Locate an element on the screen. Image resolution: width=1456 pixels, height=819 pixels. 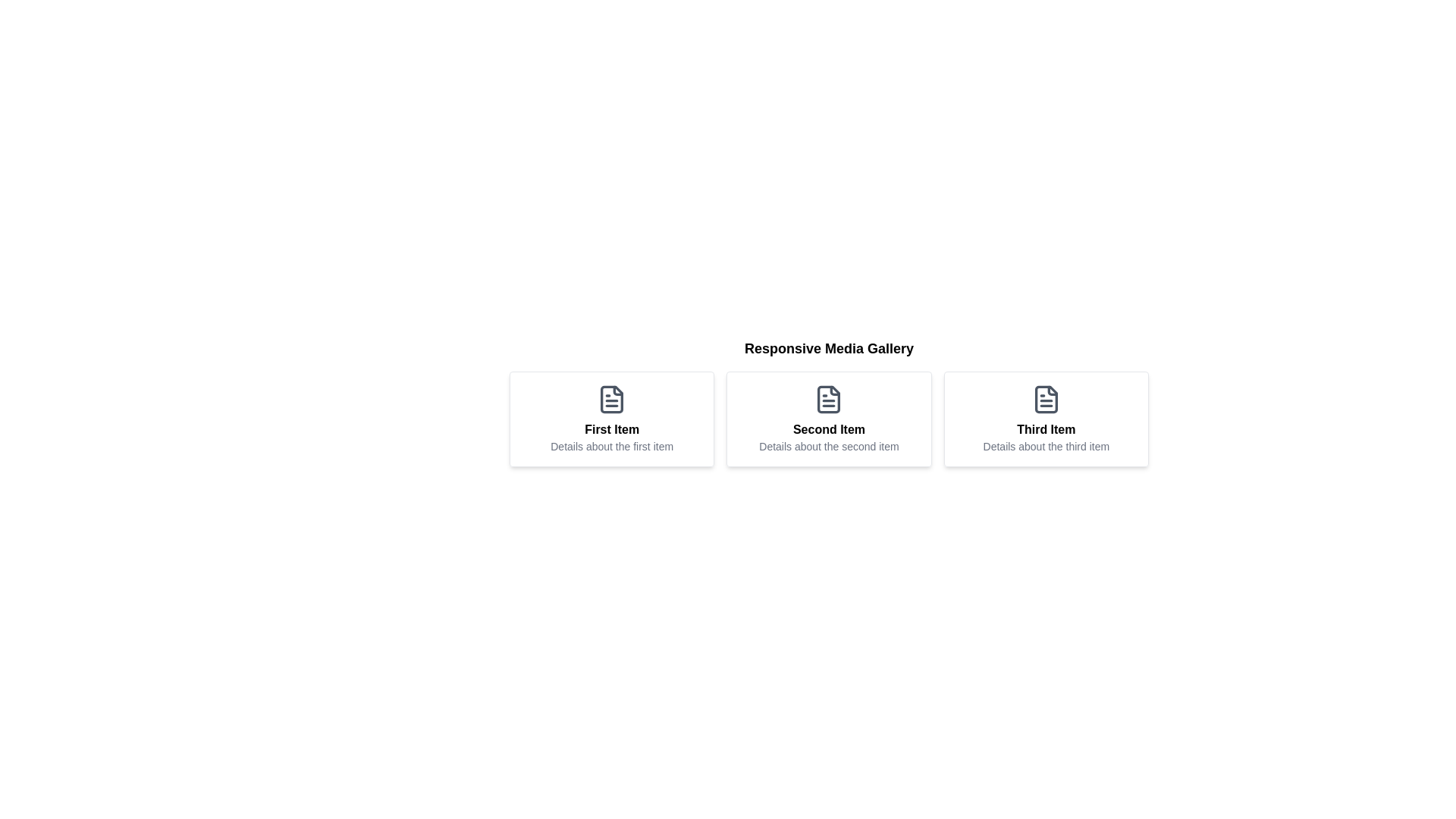
text of the informational label titled 'Second Item' located in the middle card of the gallery, which provides details about the second item is located at coordinates (828, 438).